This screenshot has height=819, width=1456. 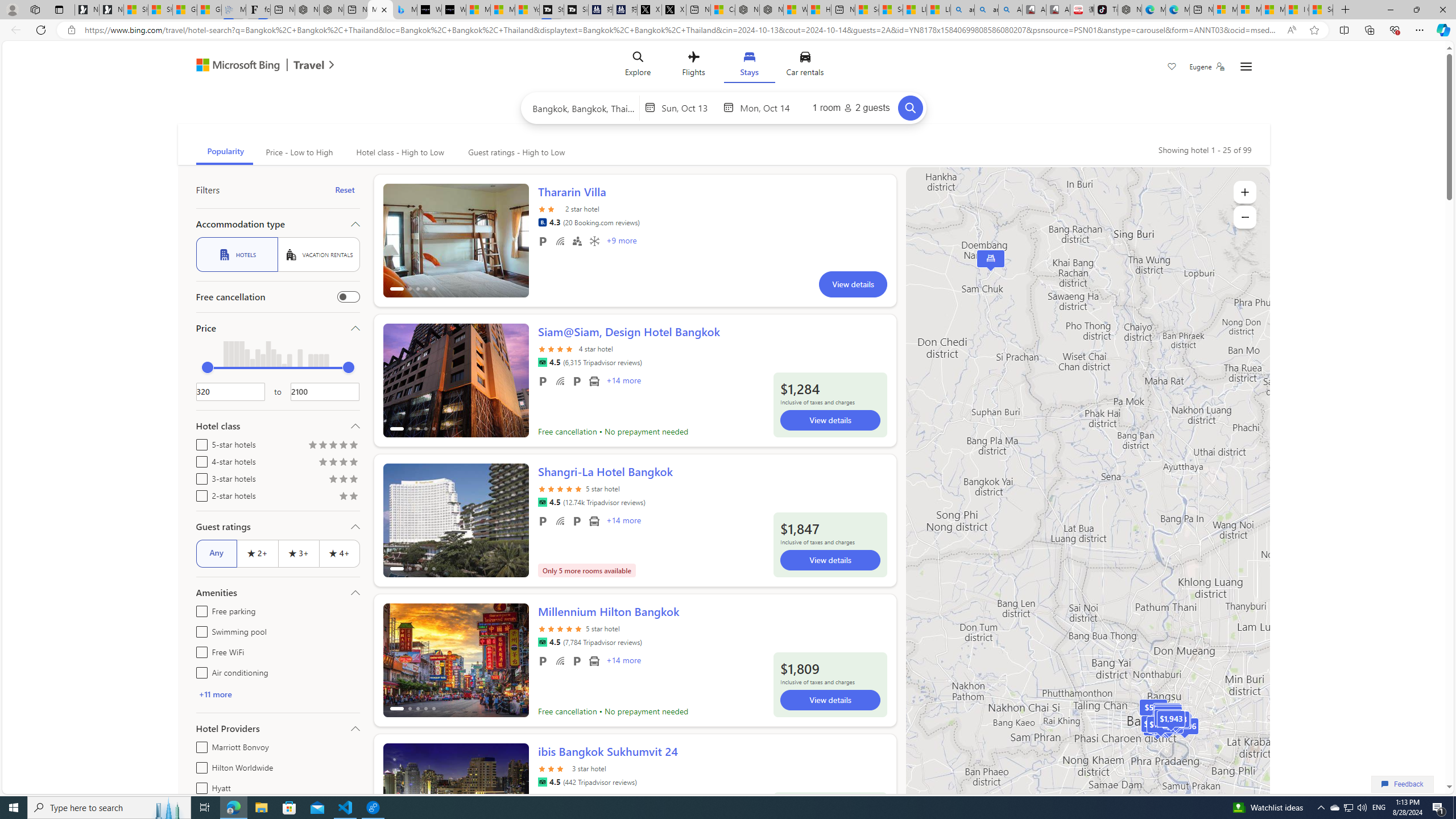 What do you see at coordinates (276, 694) in the screenshot?
I see `'+11 more'` at bounding box center [276, 694].